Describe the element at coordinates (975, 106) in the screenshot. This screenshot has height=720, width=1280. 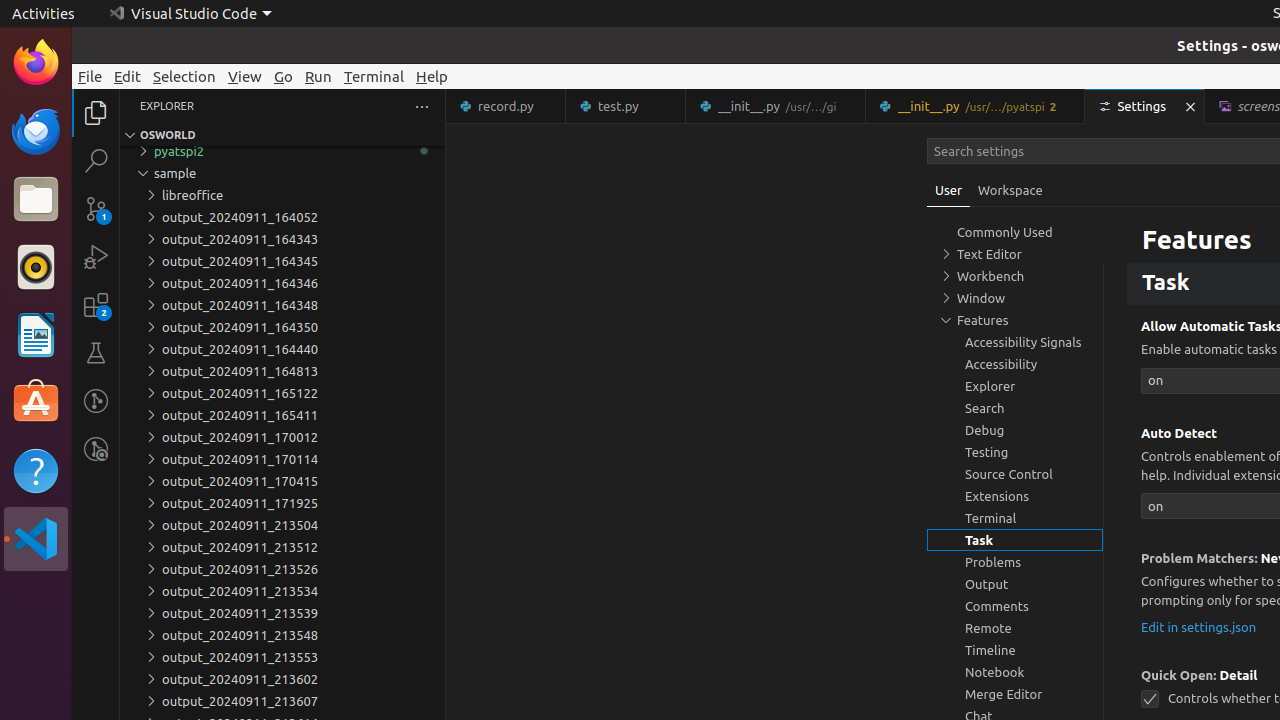
I see `'__init__.py'` at that location.